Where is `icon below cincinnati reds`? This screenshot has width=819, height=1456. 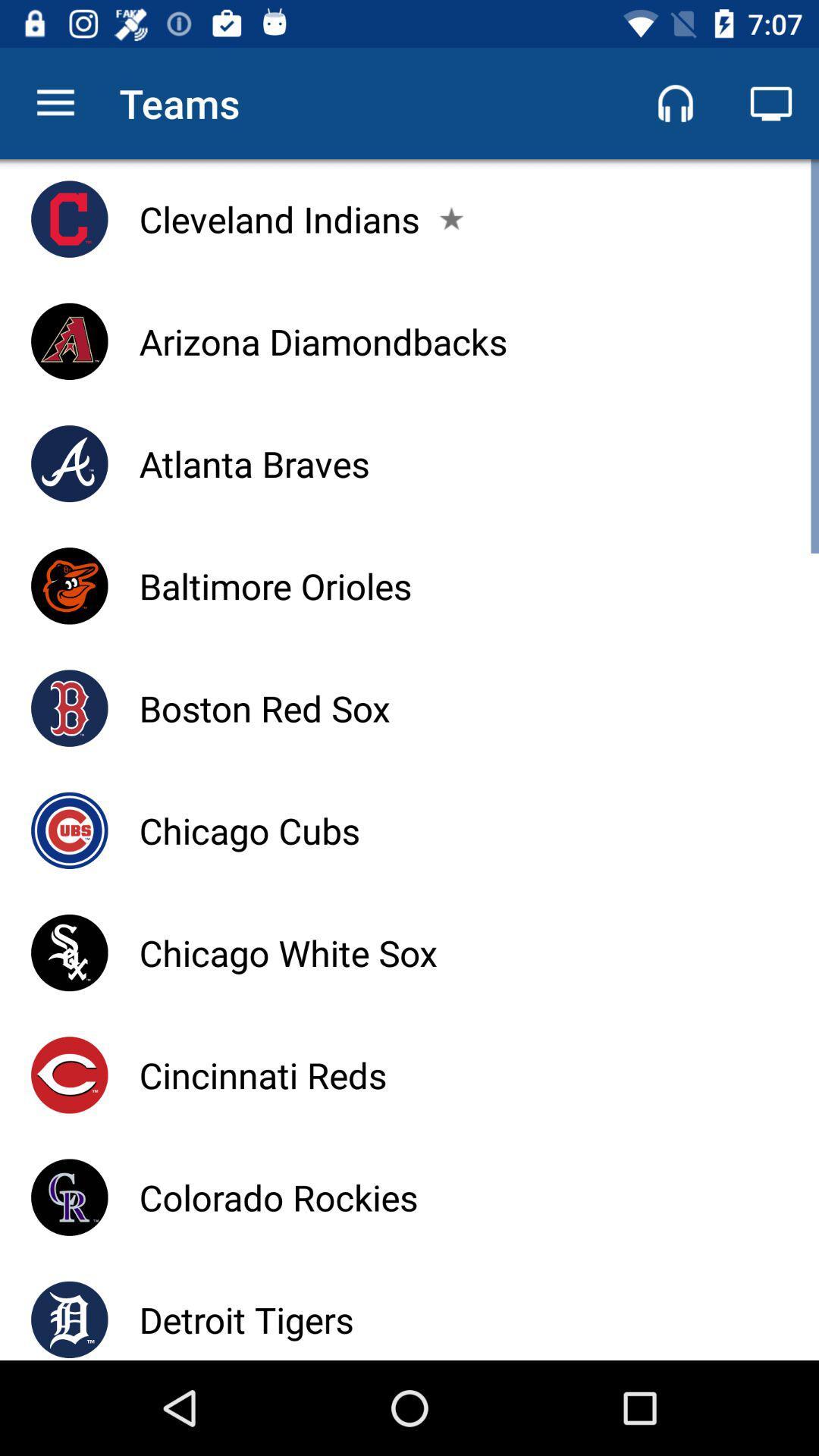 icon below cincinnati reds is located at coordinates (278, 1197).